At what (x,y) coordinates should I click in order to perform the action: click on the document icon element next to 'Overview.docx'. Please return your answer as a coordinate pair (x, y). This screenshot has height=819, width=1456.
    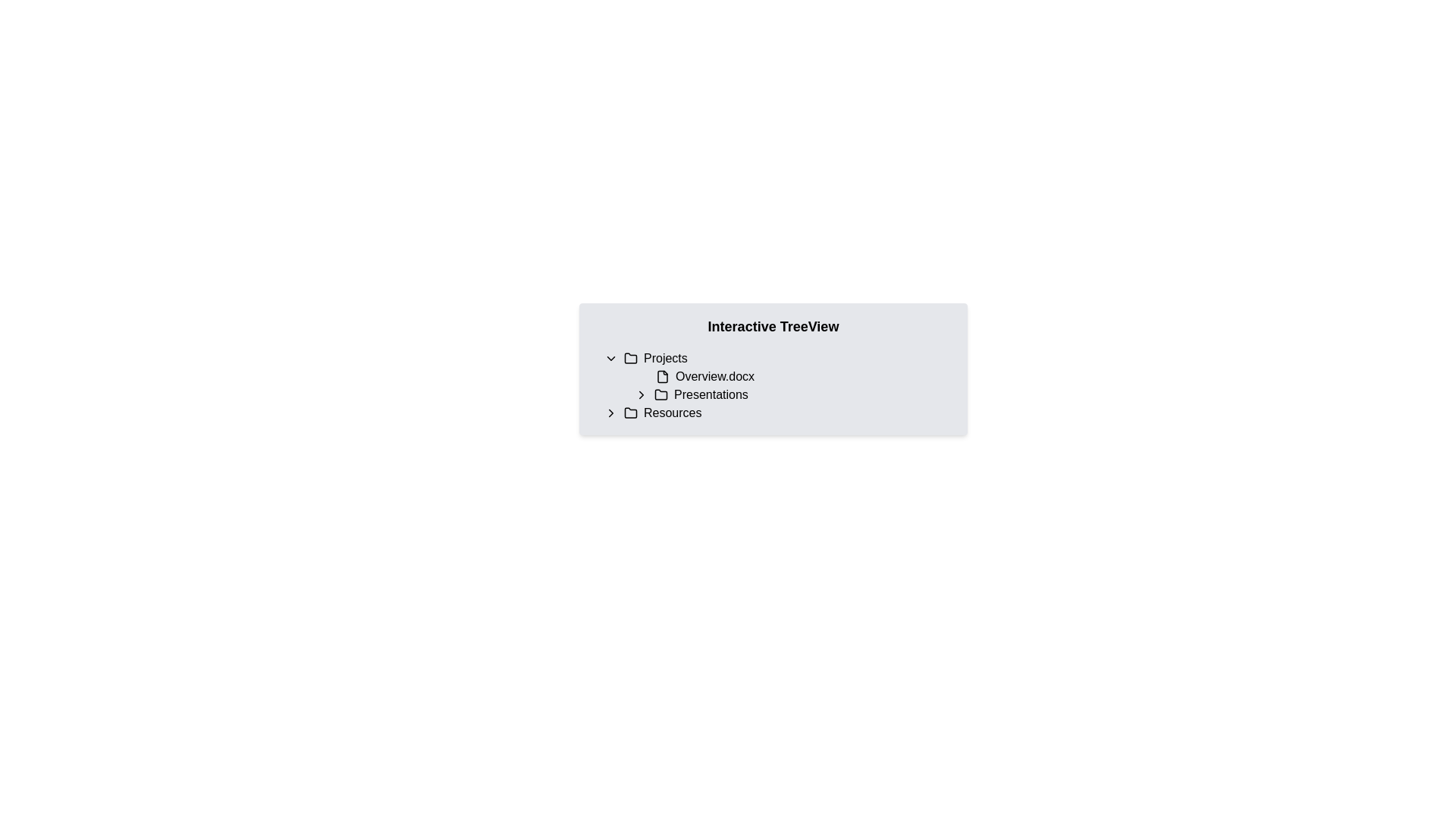
    Looking at the image, I should click on (662, 376).